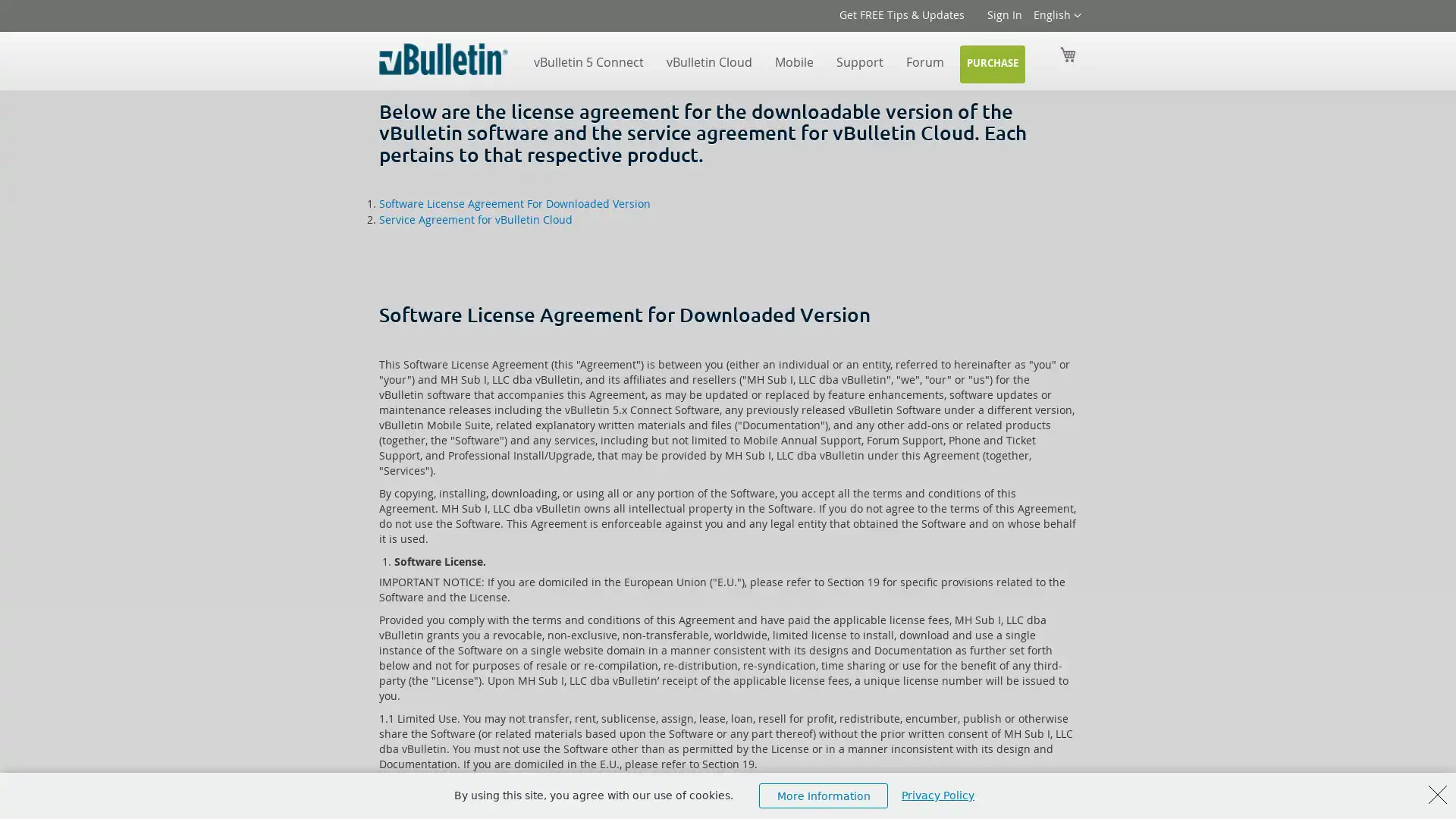 This screenshot has width=1456, height=819. What do you see at coordinates (1437, 794) in the screenshot?
I see `WebMD Close` at bounding box center [1437, 794].